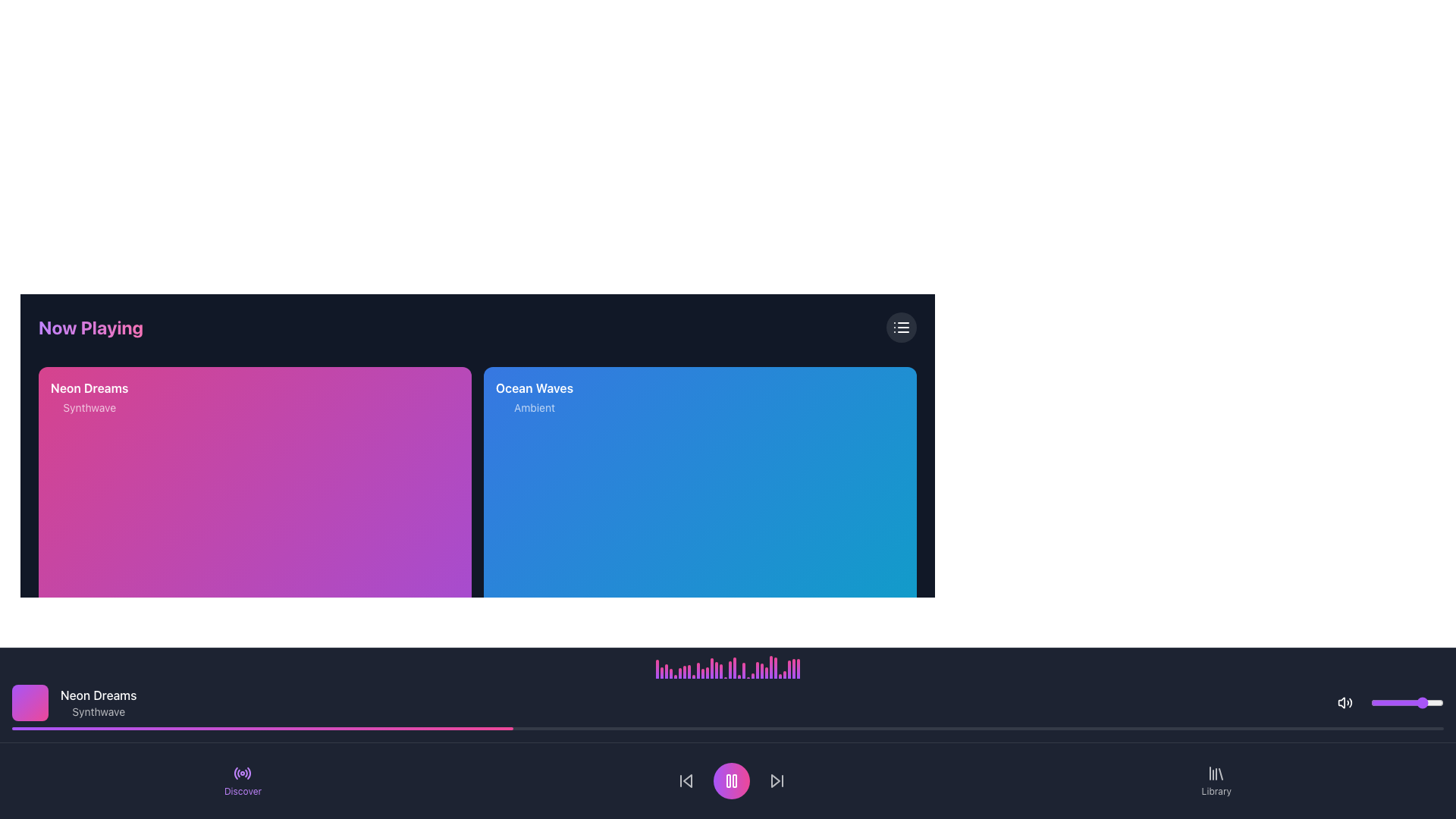 Image resolution: width=1456 pixels, height=819 pixels. What do you see at coordinates (1431, 702) in the screenshot?
I see `the volume` at bounding box center [1431, 702].